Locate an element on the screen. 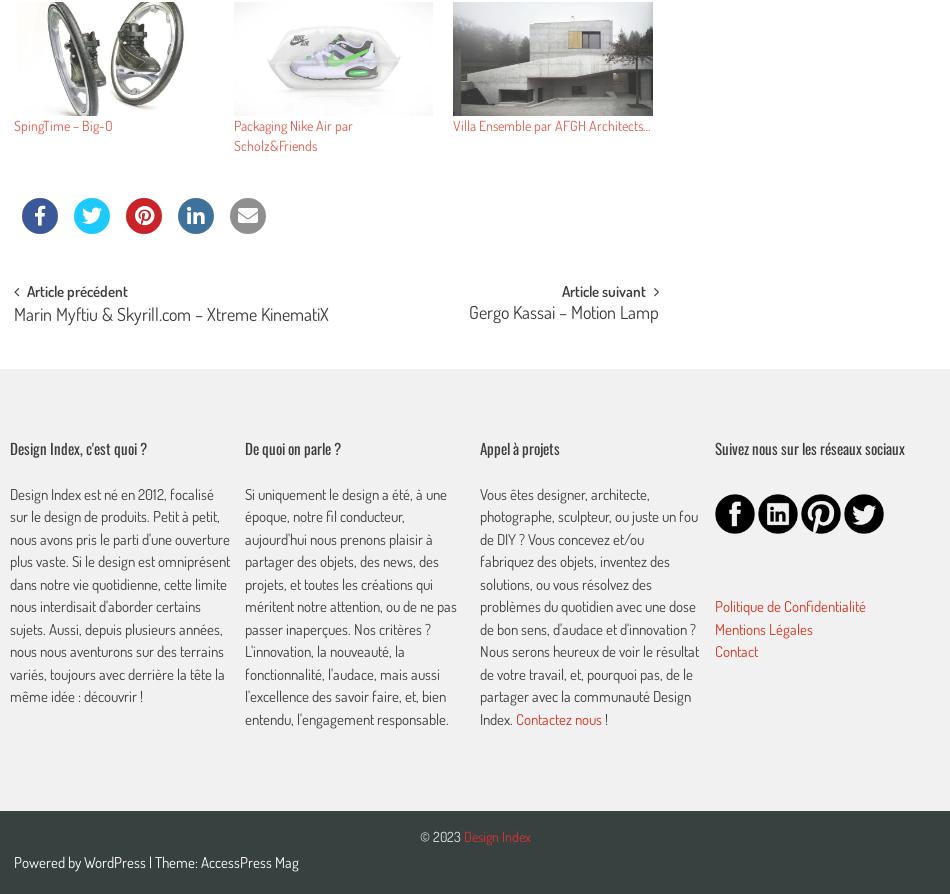 Image resolution: width=950 pixels, height=894 pixels. 'Vous êtes designer, architecte, photographe, sculpteur, ou juste un fou de DIY ? Vous concevez et/ou fabriquez des objets, inventez des solutions, ou vous résolvez des problèmes du quotidien avec une dose de bon sens, d'audace et d'innovation ? Nous serons heureux de voir le résultat de votre travail, et, pourquoi pas, de le partager avec la communauté Design Index.' is located at coordinates (478, 606).